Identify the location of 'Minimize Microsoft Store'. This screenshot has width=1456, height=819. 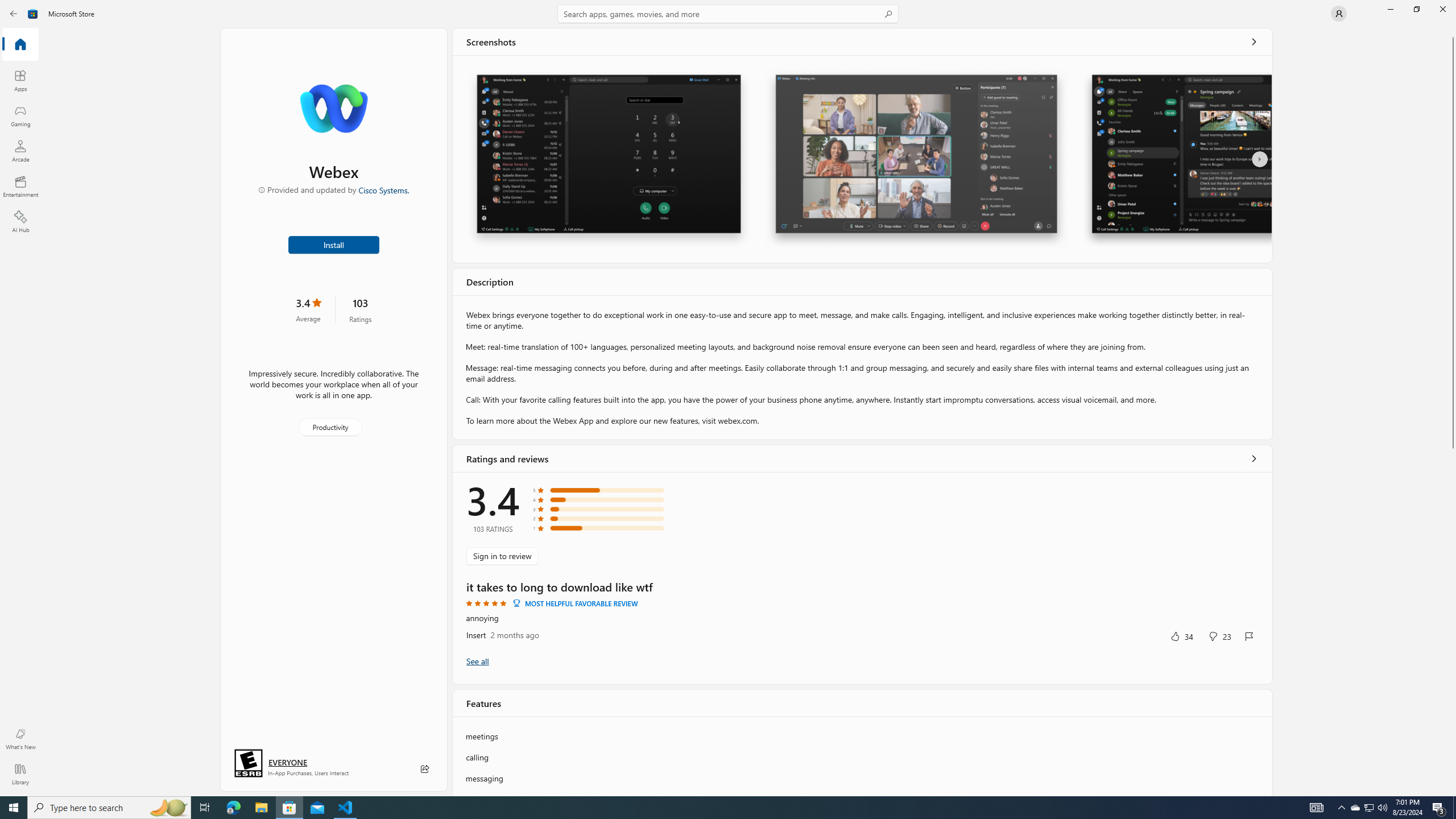
(1389, 9).